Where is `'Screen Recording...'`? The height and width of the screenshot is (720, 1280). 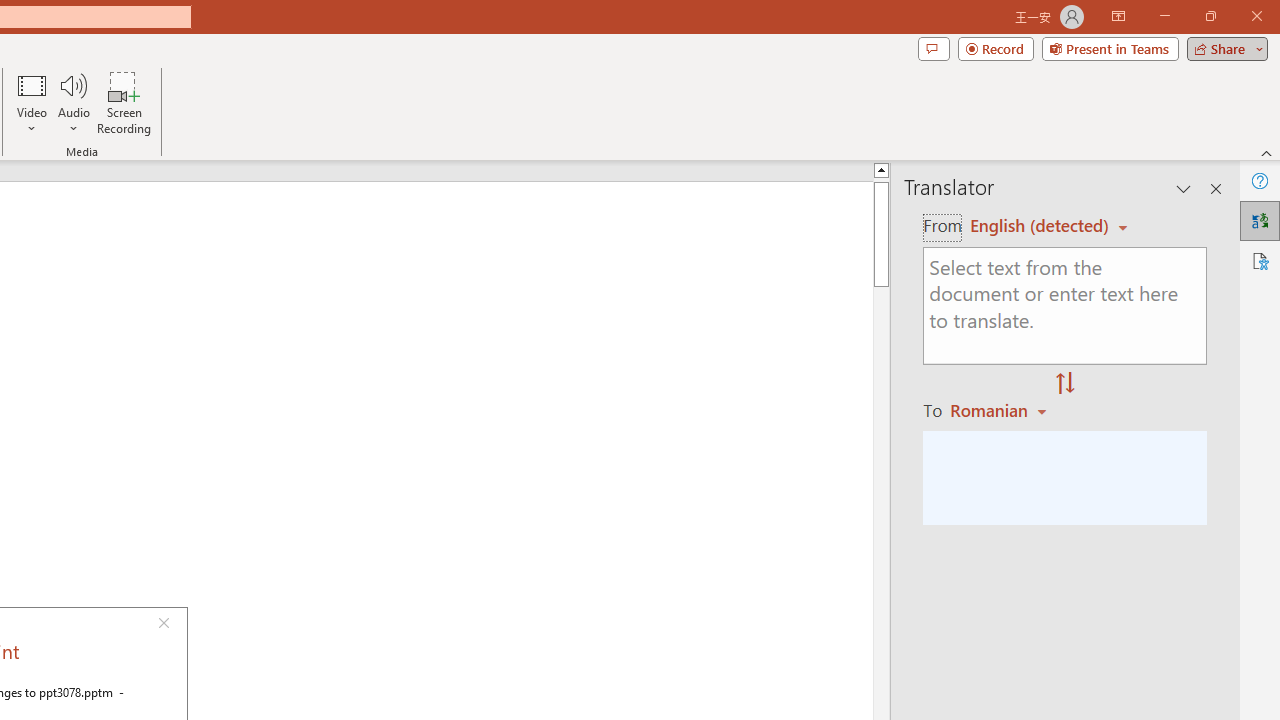 'Screen Recording...' is located at coordinates (123, 103).